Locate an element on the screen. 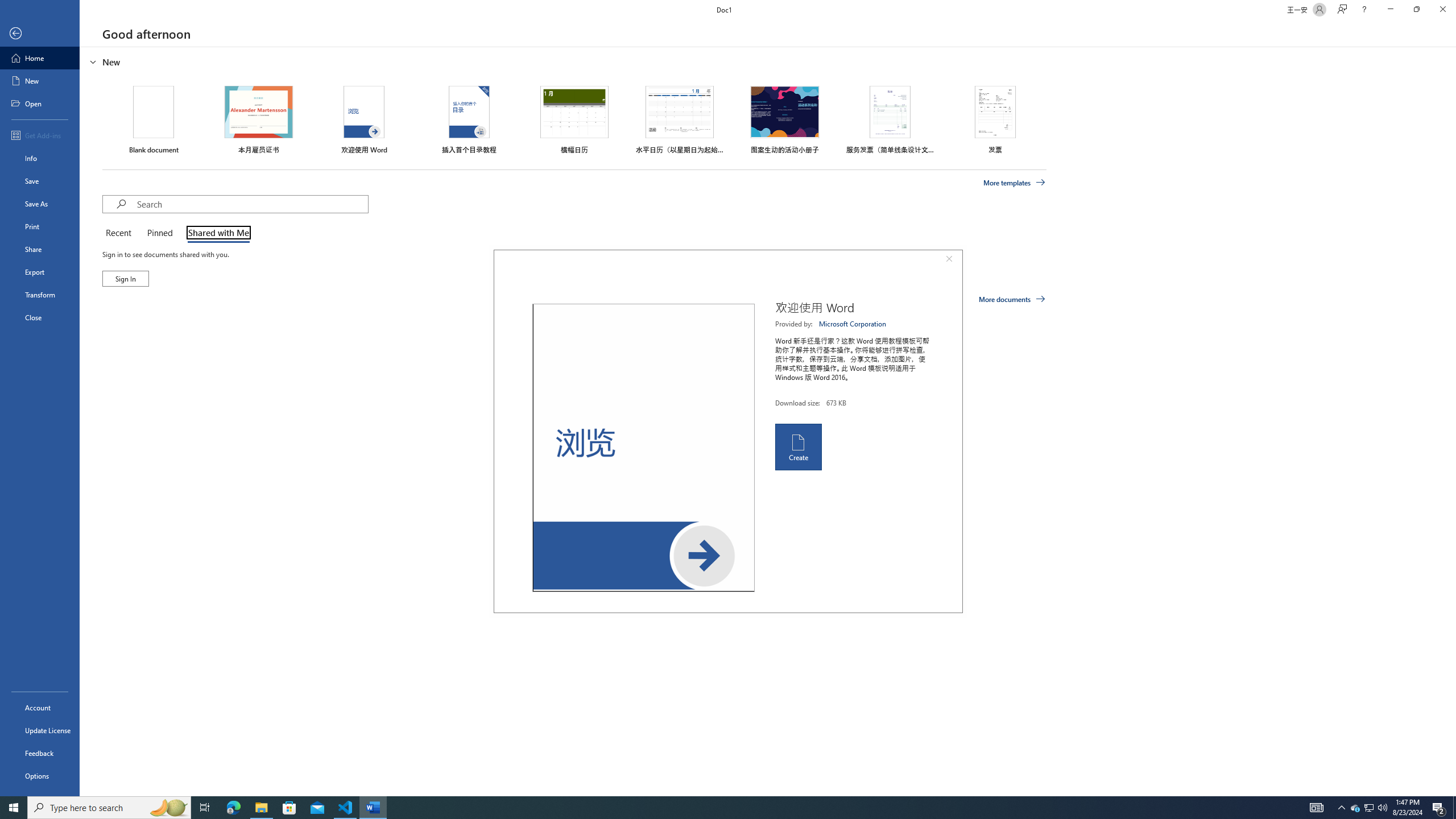  'Account' is located at coordinates (39, 708).